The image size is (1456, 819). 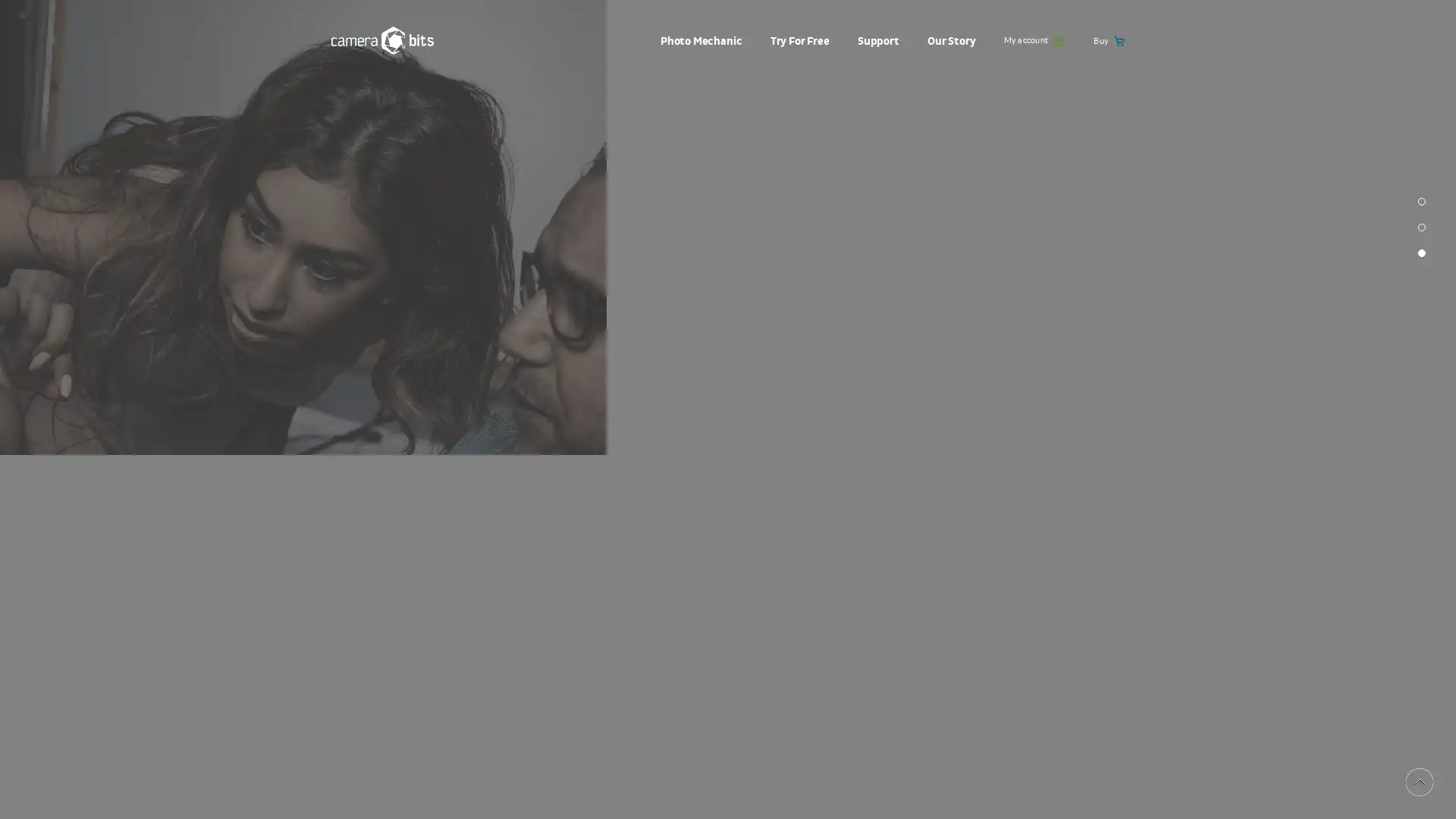 I want to click on 2, so click(x=1421, y=409).